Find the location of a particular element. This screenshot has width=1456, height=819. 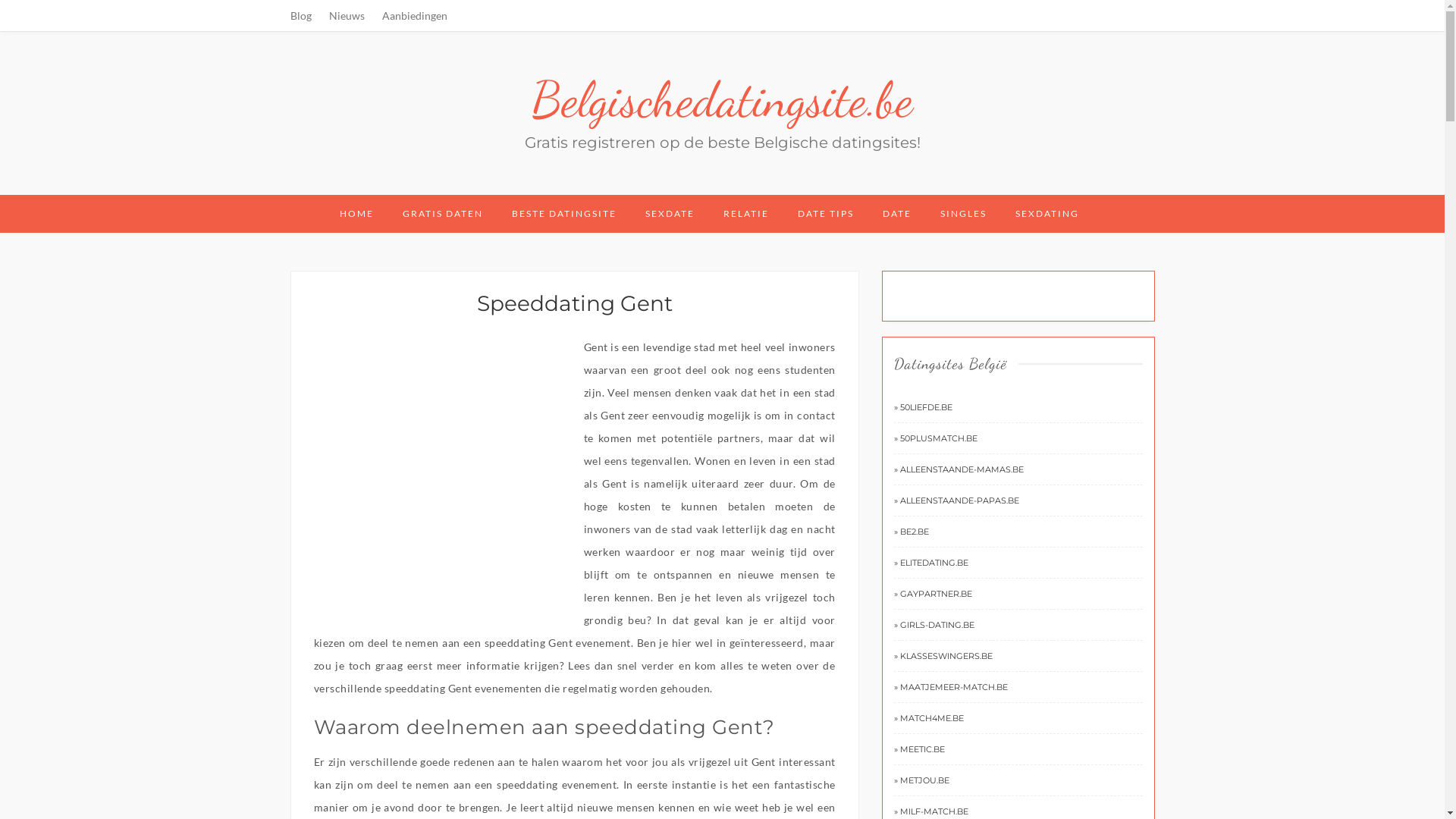

'BESTE DATINGSITE' is located at coordinates (563, 213).